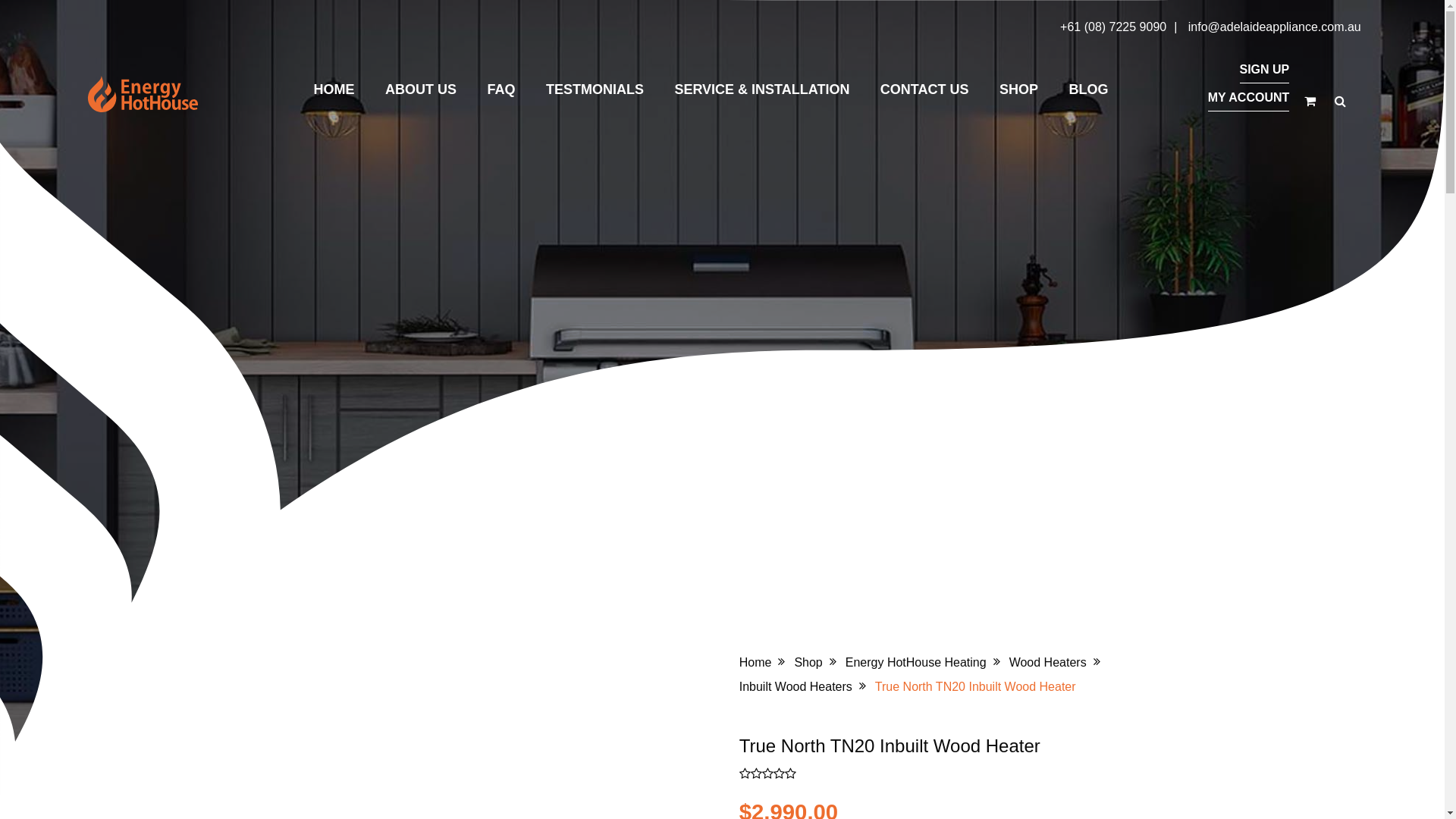 This screenshot has width=1456, height=819. Describe the element at coordinates (594, 89) in the screenshot. I see `'TESTMONIALS'` at that location.